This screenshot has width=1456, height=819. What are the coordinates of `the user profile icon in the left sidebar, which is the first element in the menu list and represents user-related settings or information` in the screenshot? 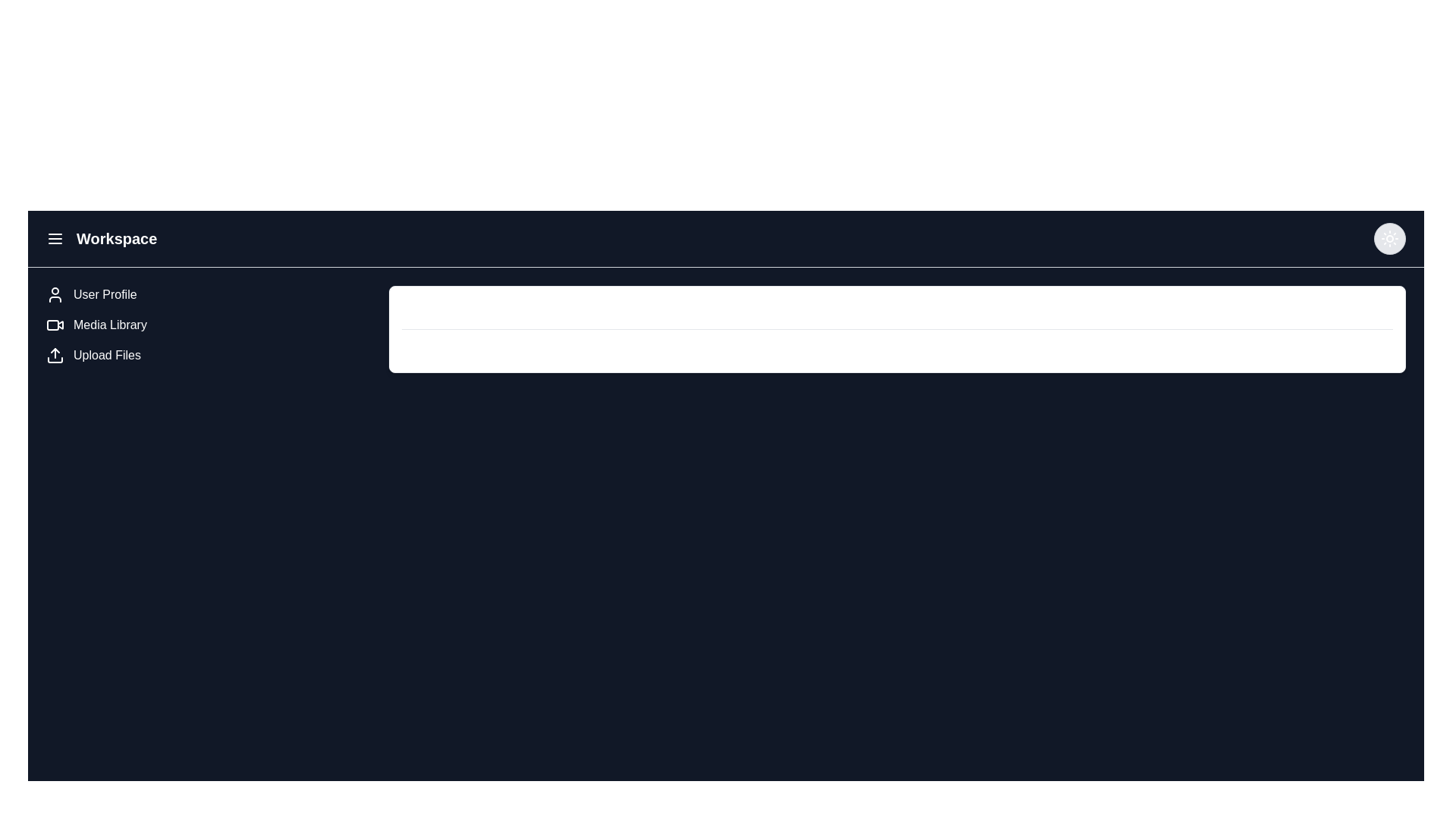 It's located at (55, 295).